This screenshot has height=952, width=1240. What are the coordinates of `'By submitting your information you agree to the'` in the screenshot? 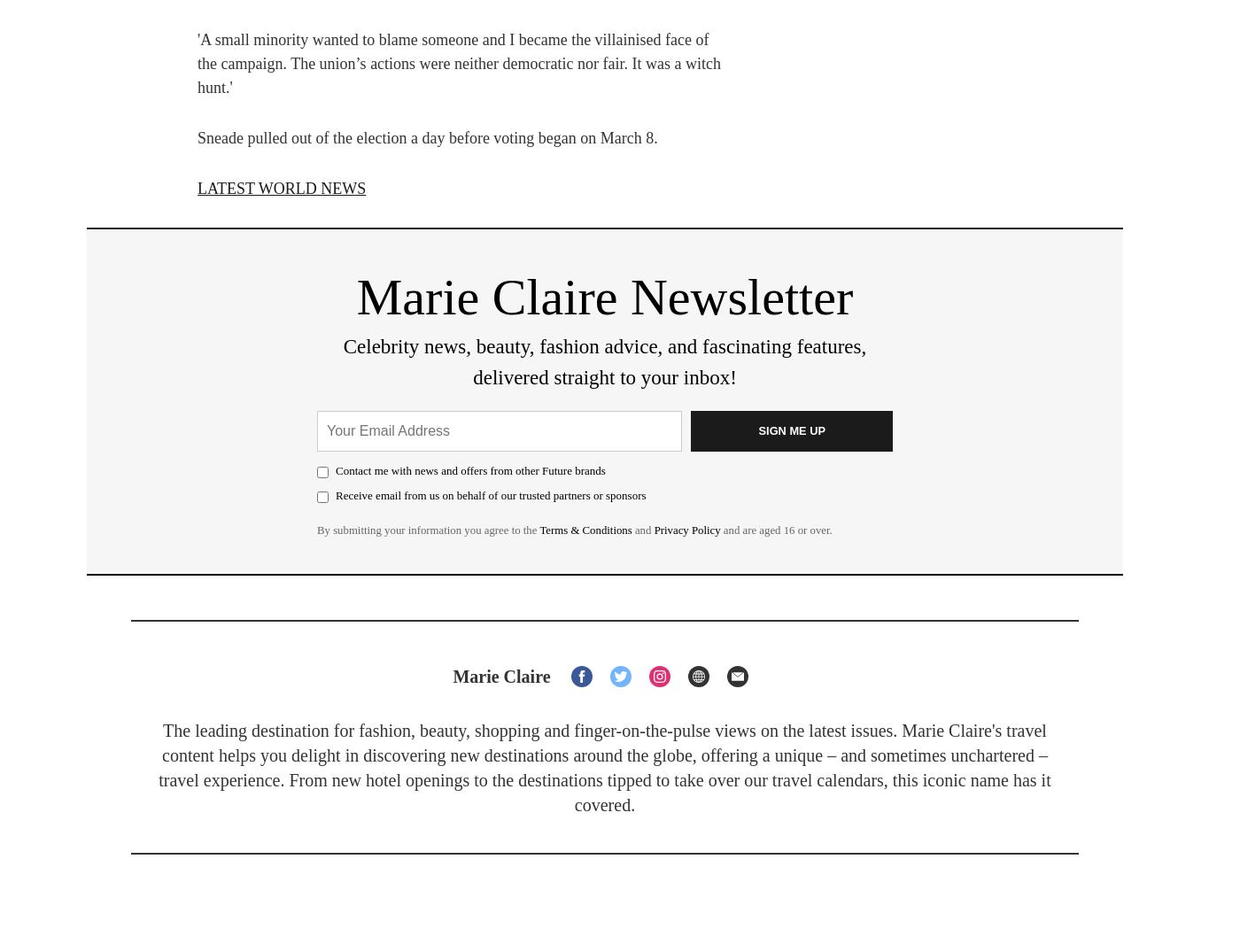 It's located at (427, 529).